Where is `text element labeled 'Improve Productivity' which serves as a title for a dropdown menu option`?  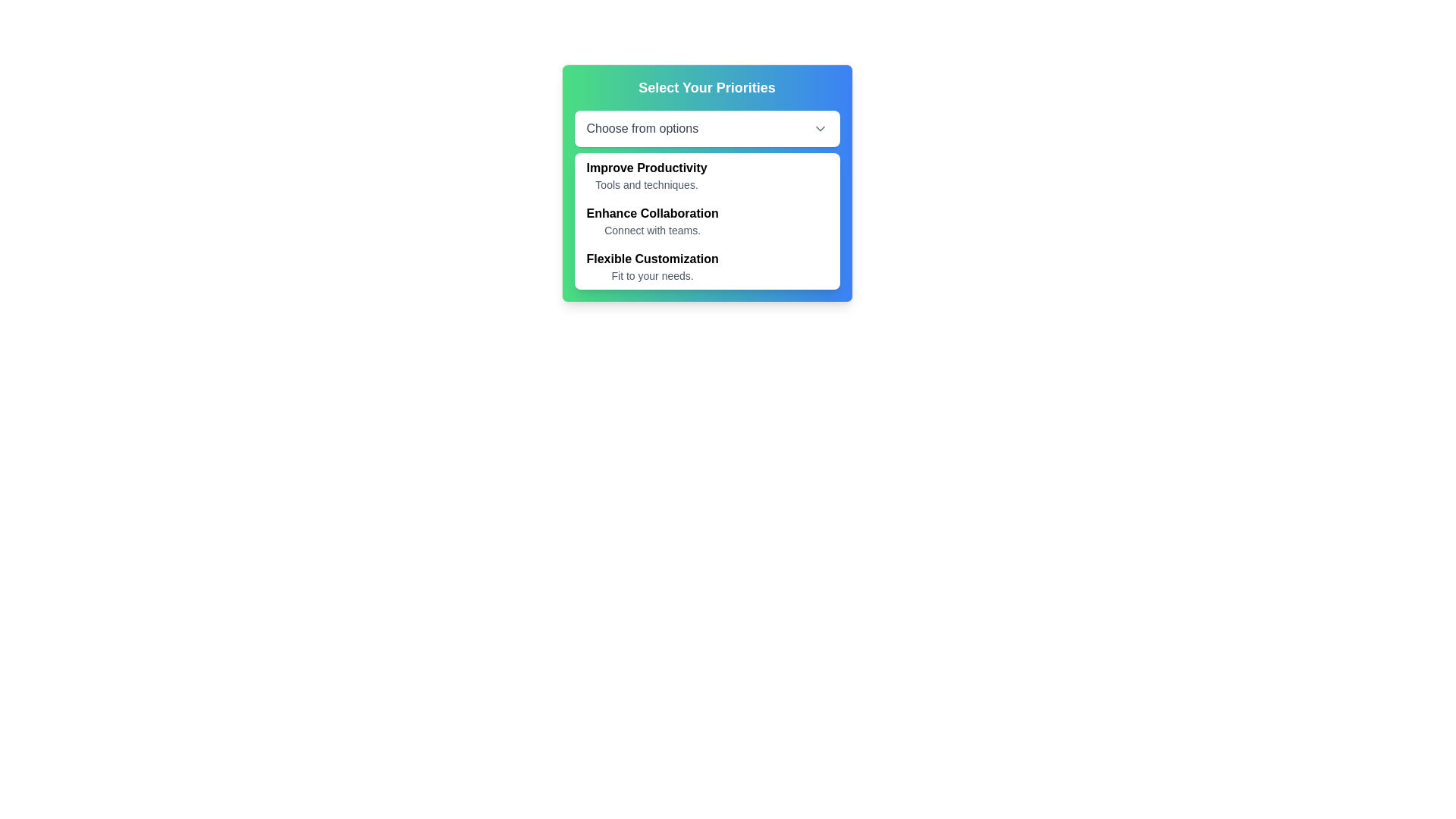
text element labeled 'Improve Productivity' which serves as a title for a dropdown menu option is located at coordinates (647, 168).